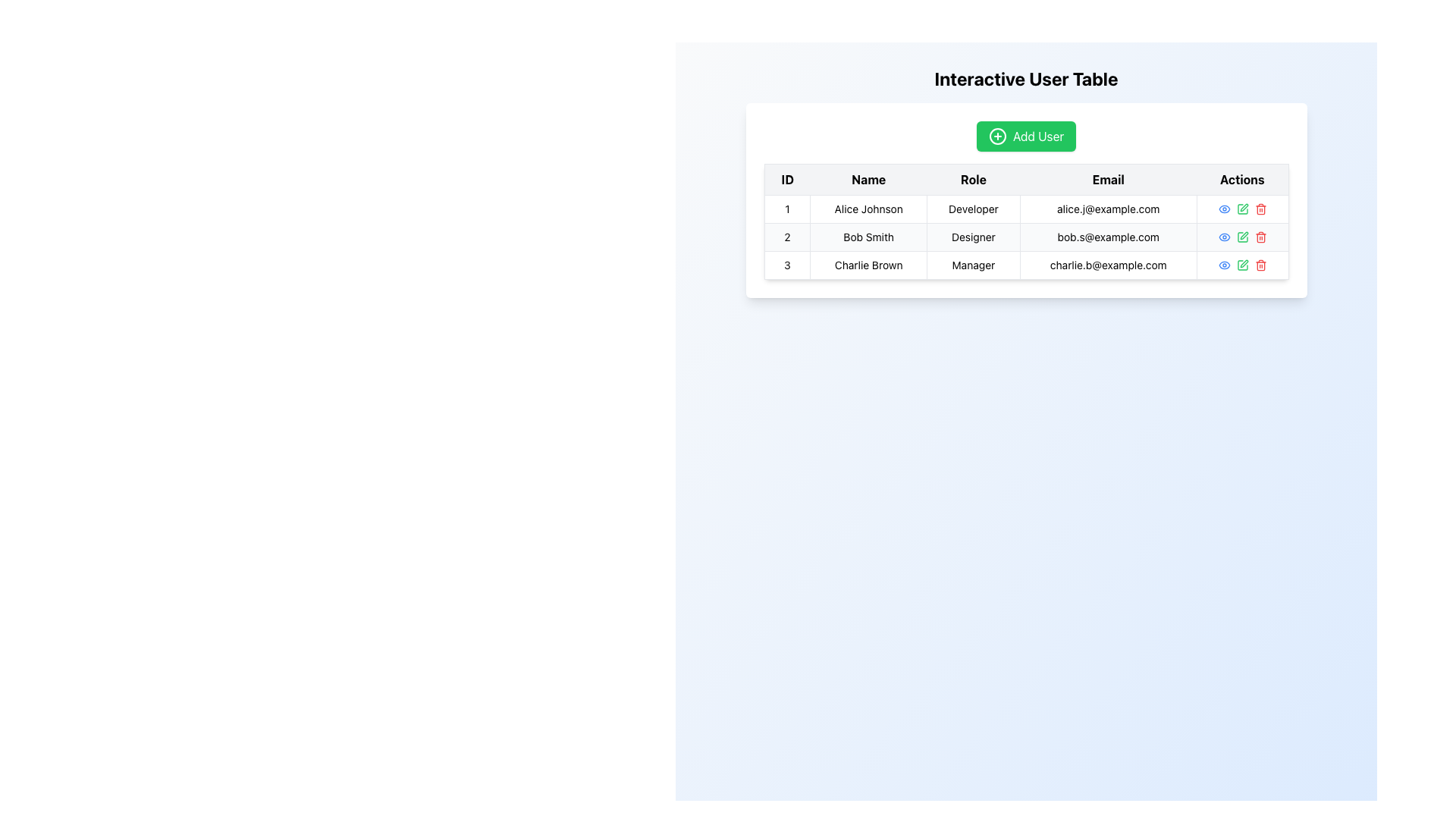 The height and width of the screenshot is (819, 1456). I want to click on the circular icon with a plus sign located next to the 'Add User' text, so click(997, 136).